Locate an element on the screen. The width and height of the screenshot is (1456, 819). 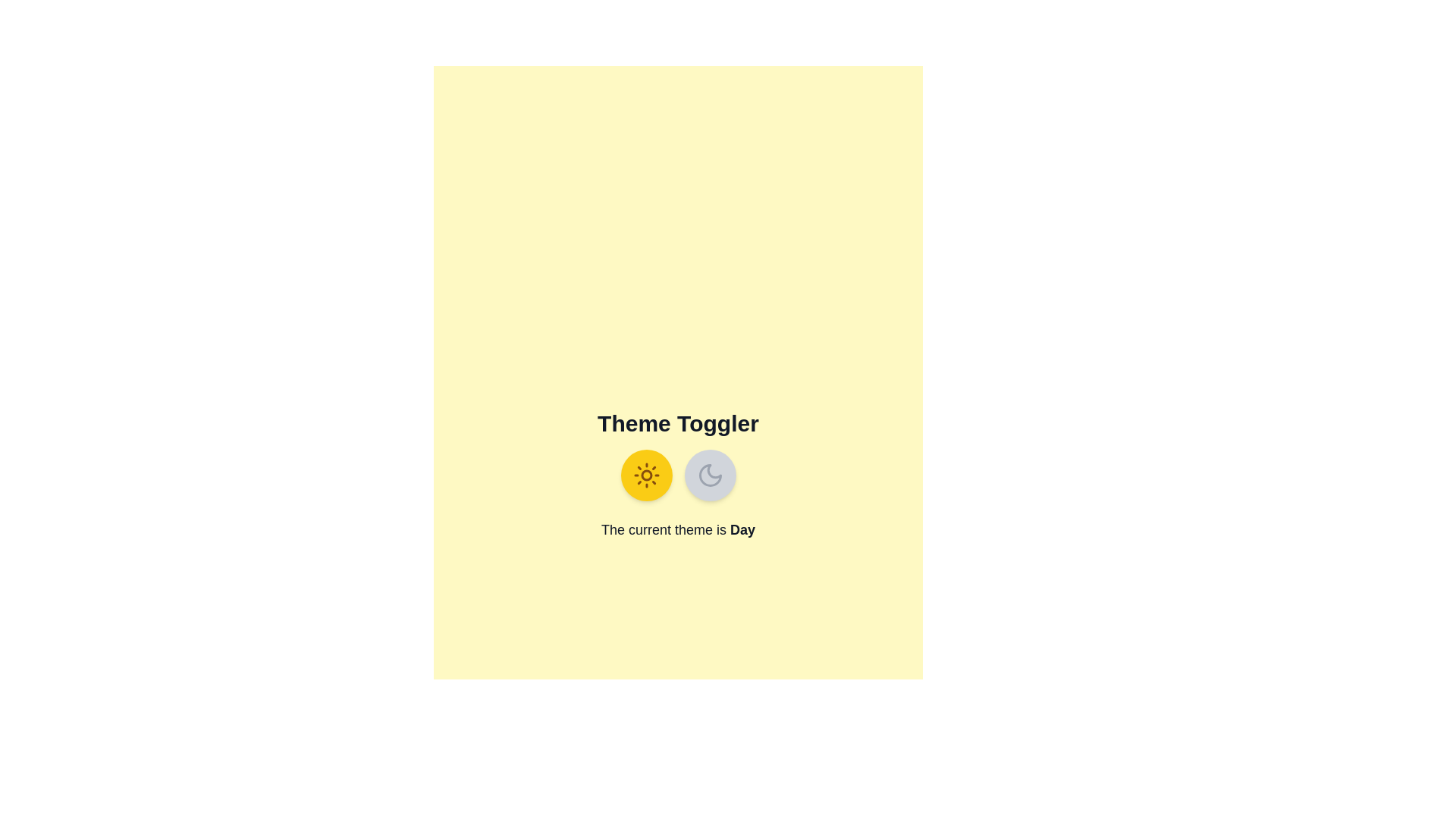
the button representing night theme to observe the hover effect is located at coordinates (709, 475).